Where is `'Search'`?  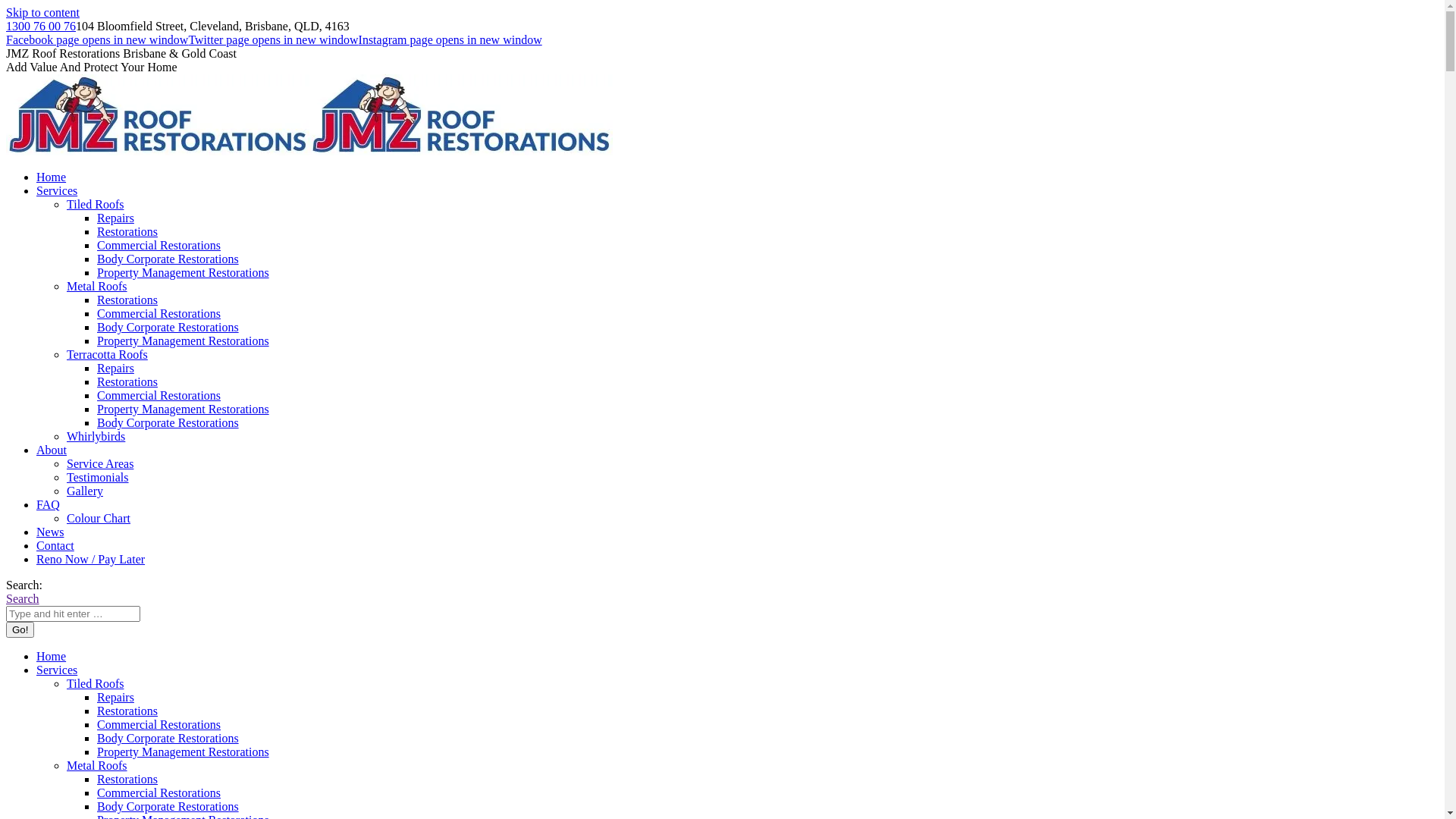 'Search' is located at coordinates (22, 598).